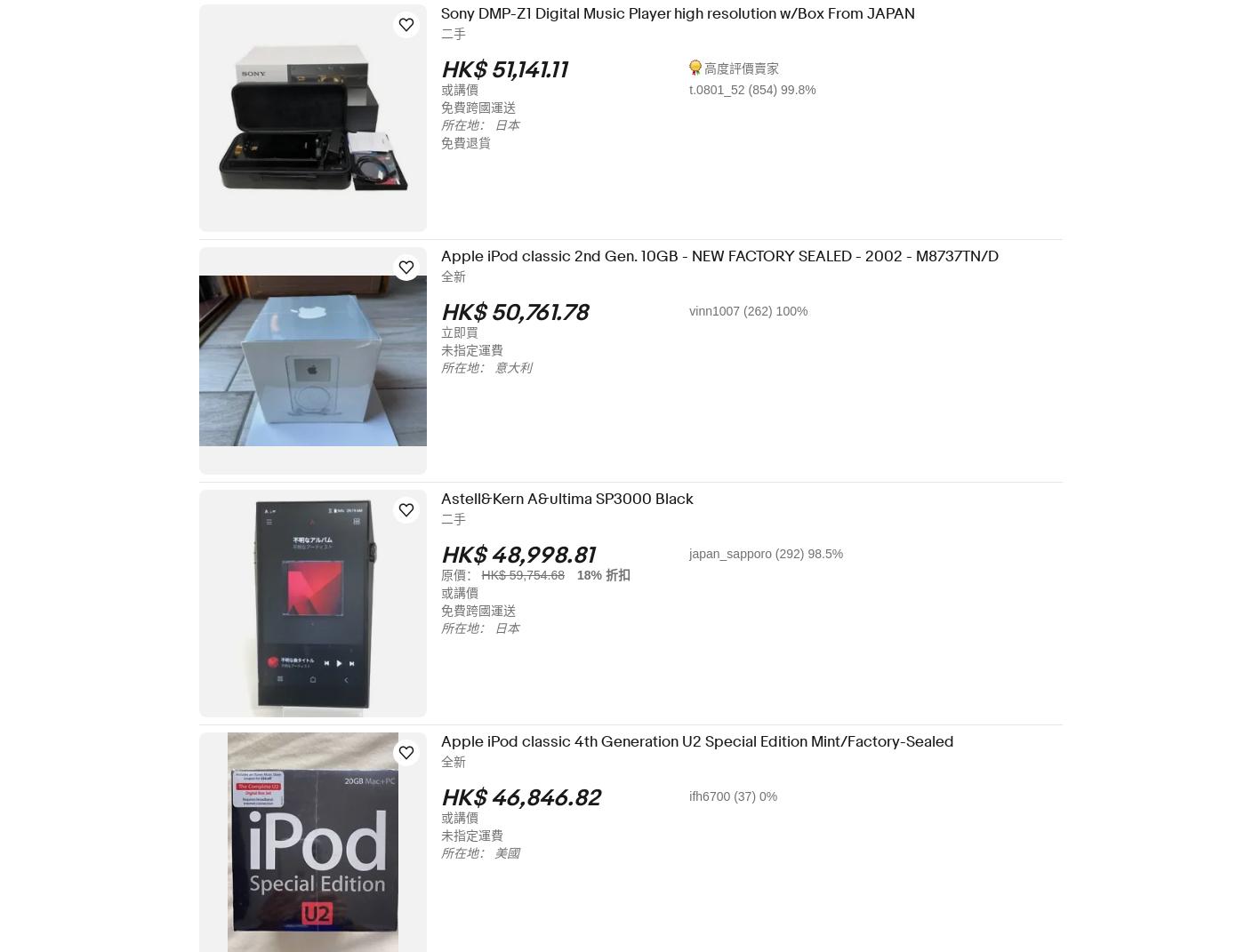  I want to click on 'ifh6700 (37) 0%', so click(744, 796).